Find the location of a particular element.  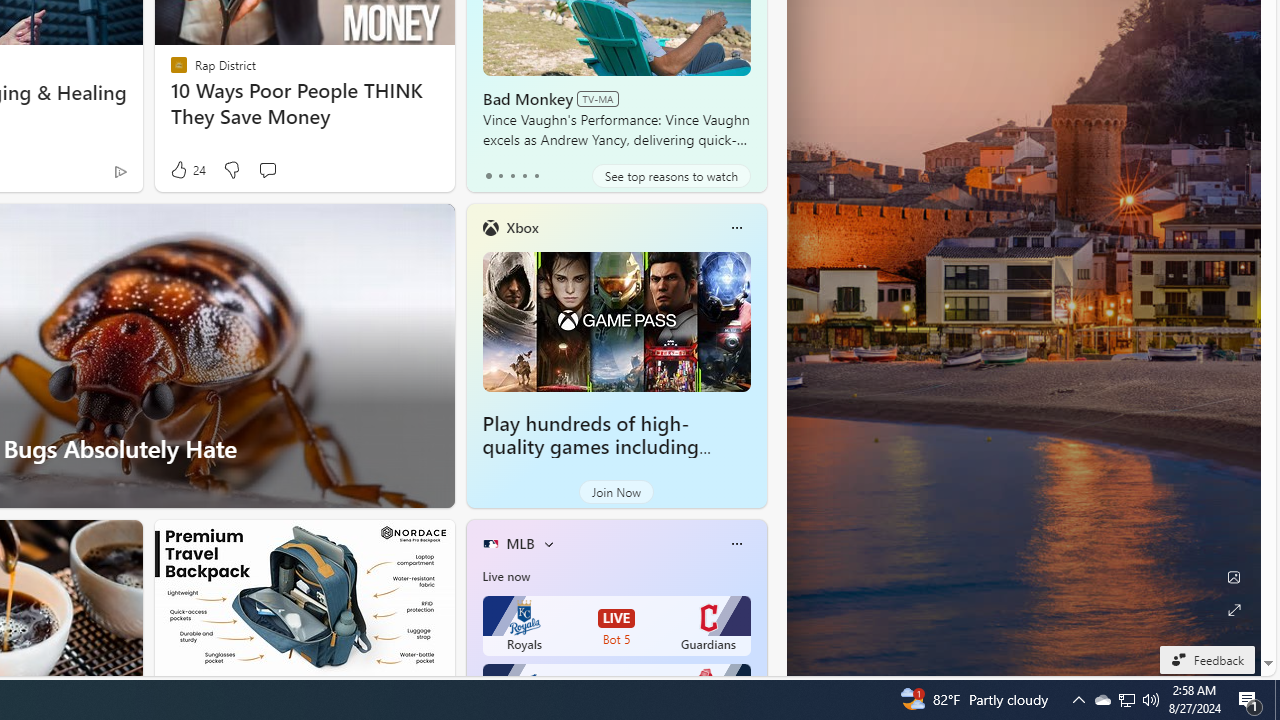

'tab-3' is located at coordinates (524, 175).